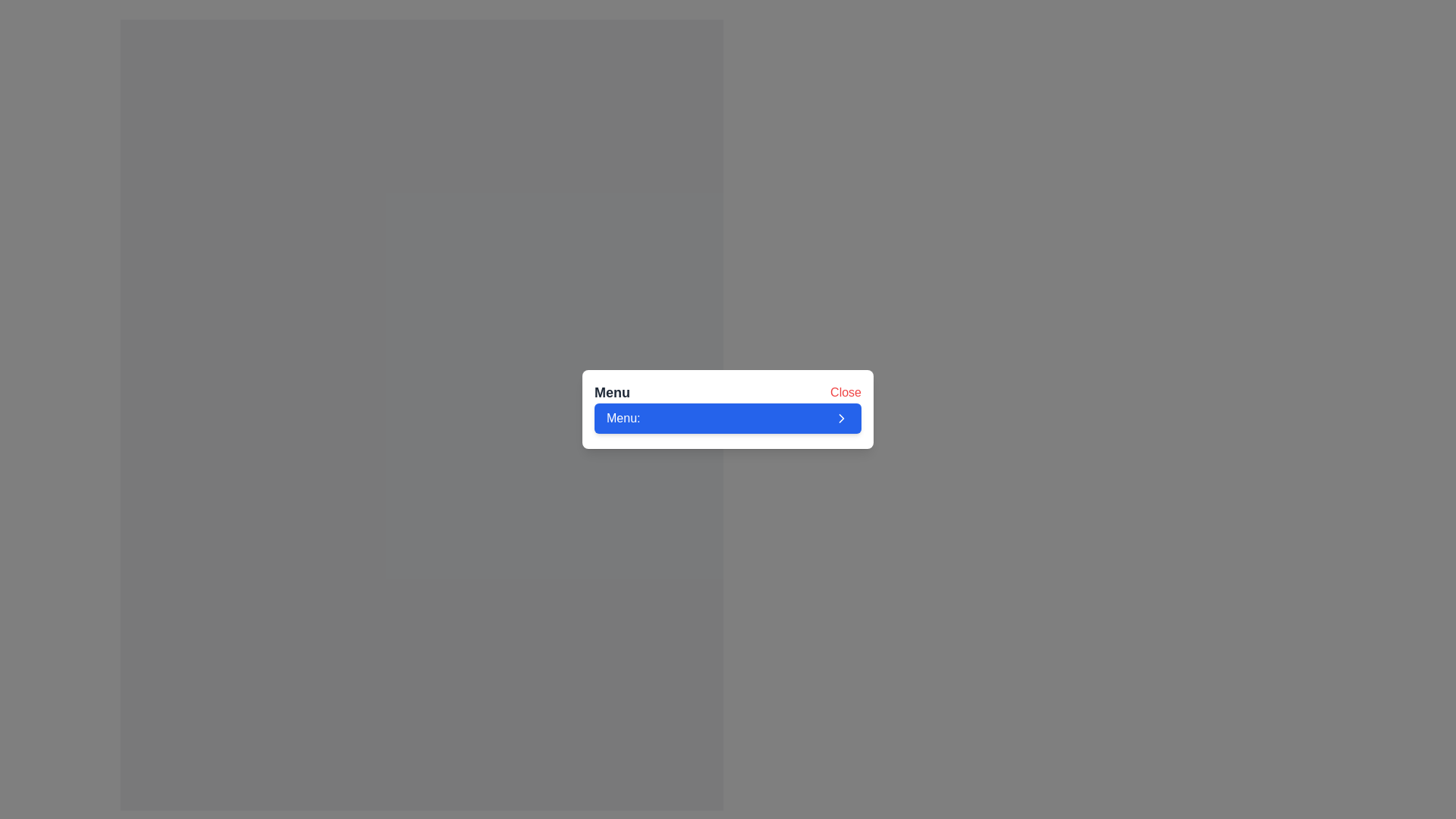 The height and width of the screenshot is (819, 1456). What do you see at coordinates (840, 418) in the screenshot?
I see `the chevron arrow icon located on the right edge of the blue 'Menu:' button to interact with the menu` at bounding box center [840, 418].